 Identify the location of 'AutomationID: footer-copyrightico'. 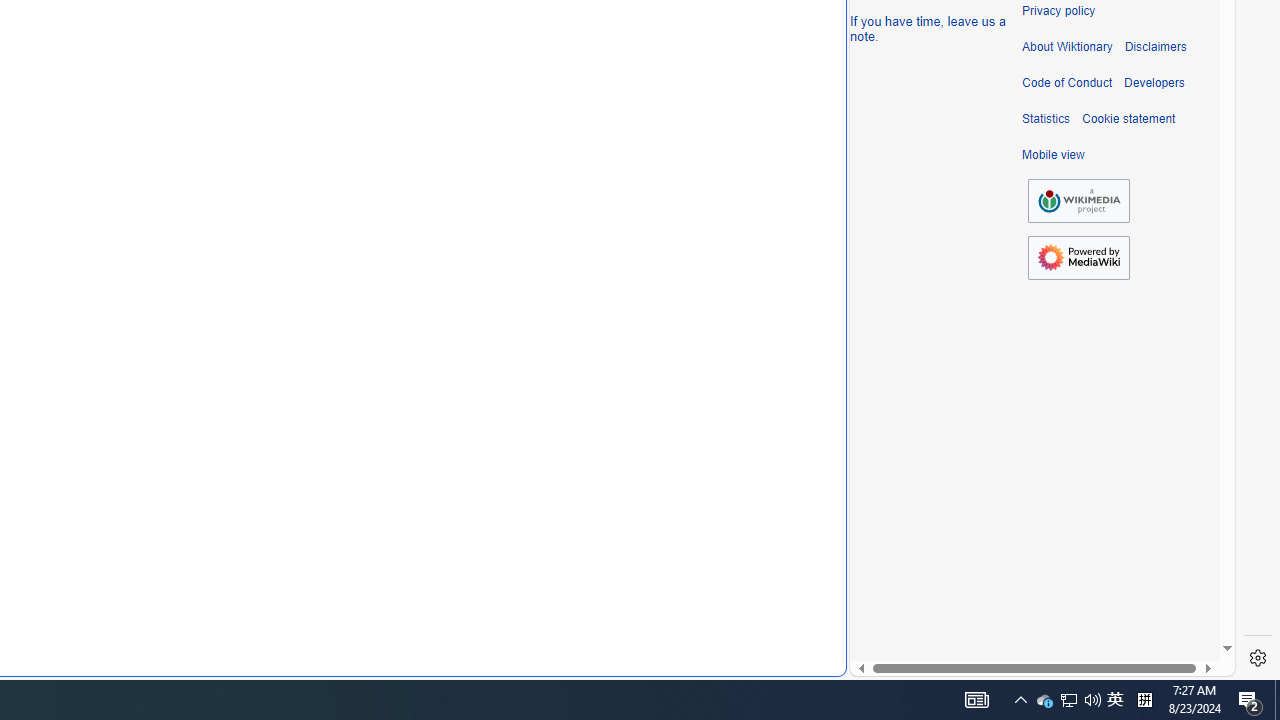
(1078, 201).